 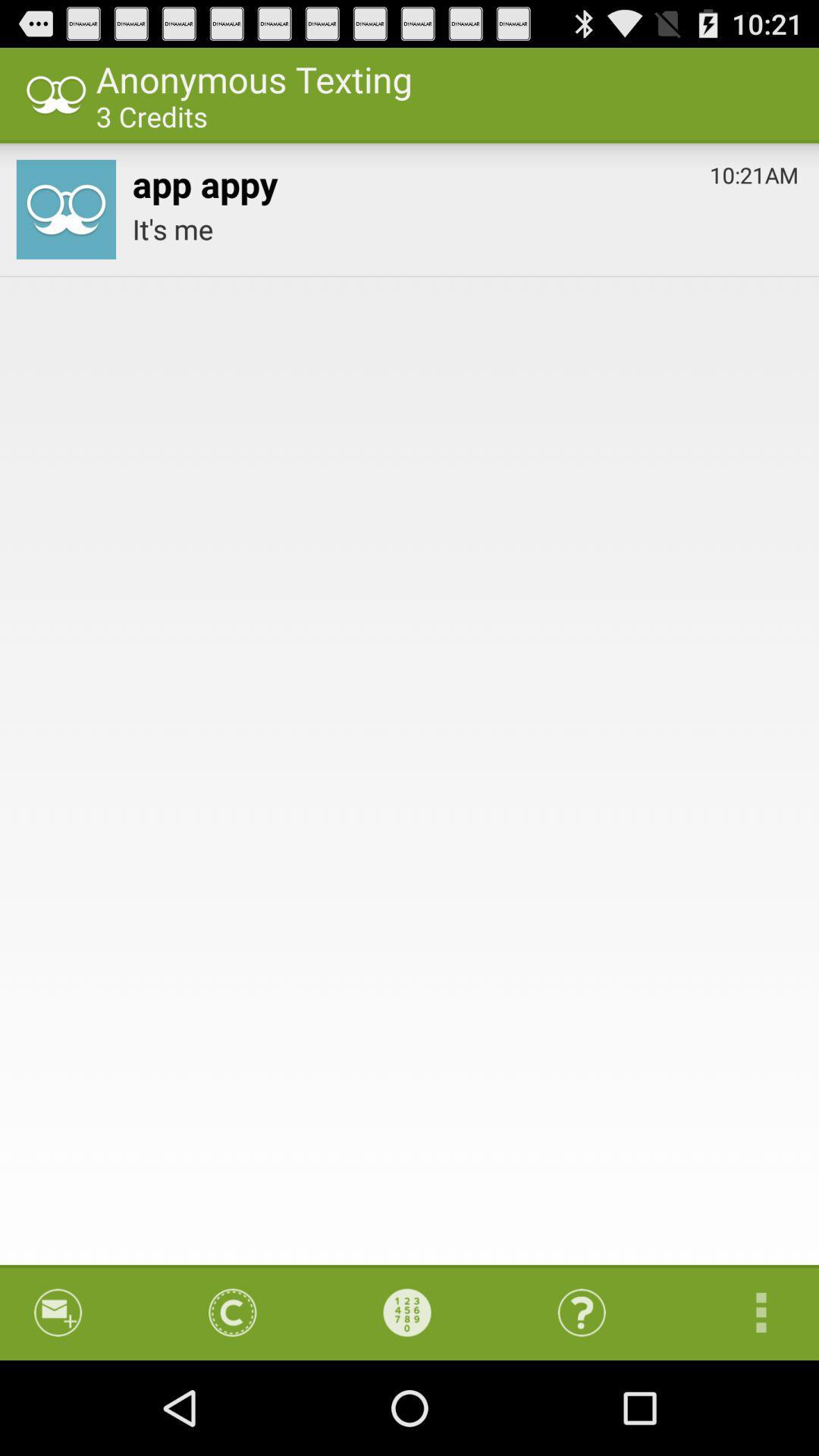 I want to click on the icon below 3 credits icon, so click(x=205, y=180).